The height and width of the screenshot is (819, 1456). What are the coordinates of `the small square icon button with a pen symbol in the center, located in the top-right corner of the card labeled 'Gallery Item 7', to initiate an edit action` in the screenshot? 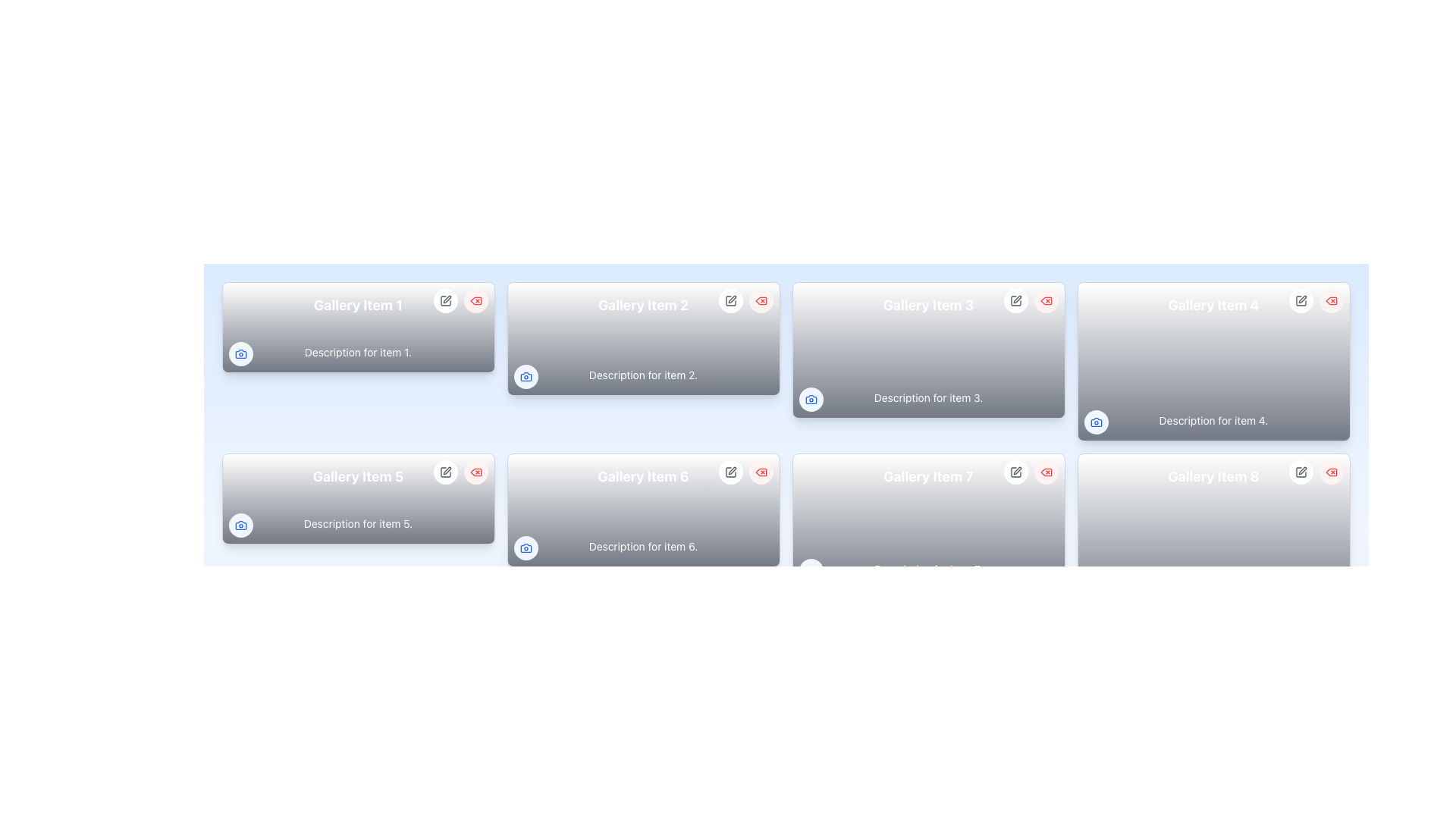 It's located at (1015, 472).